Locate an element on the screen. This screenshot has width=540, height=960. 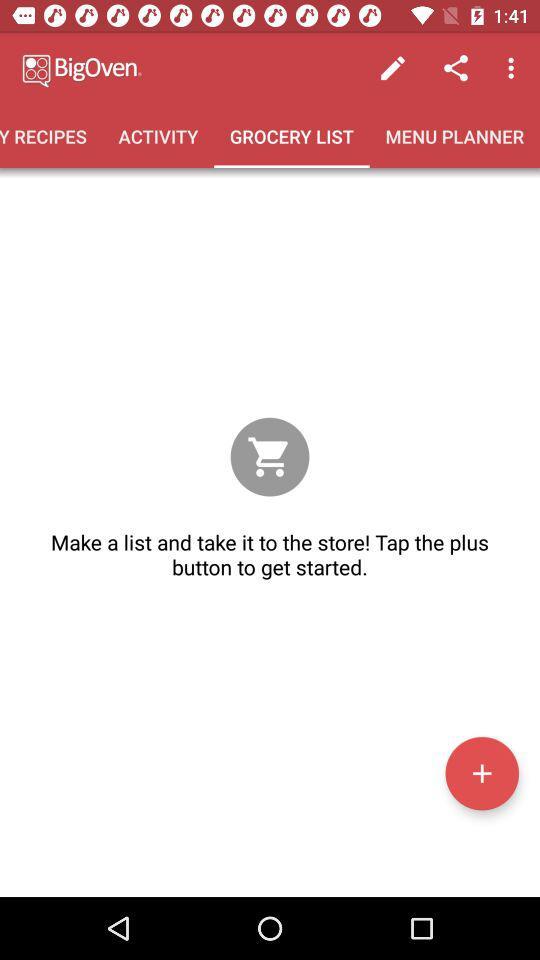
start a list is located at coordinates (481, 772).